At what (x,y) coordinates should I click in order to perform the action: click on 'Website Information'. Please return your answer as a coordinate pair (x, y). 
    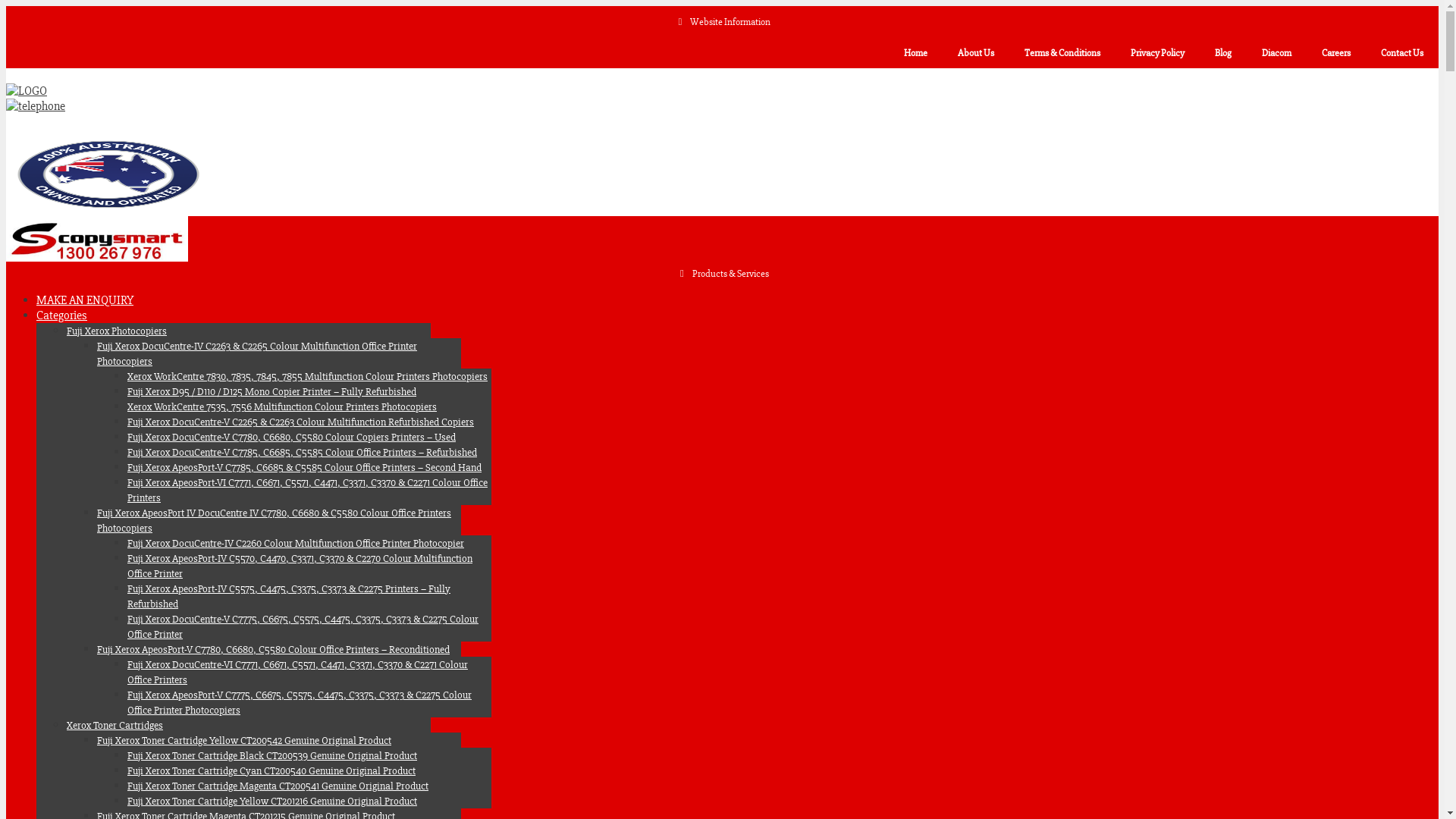
    Looking at the image, I should click on (721, 22).